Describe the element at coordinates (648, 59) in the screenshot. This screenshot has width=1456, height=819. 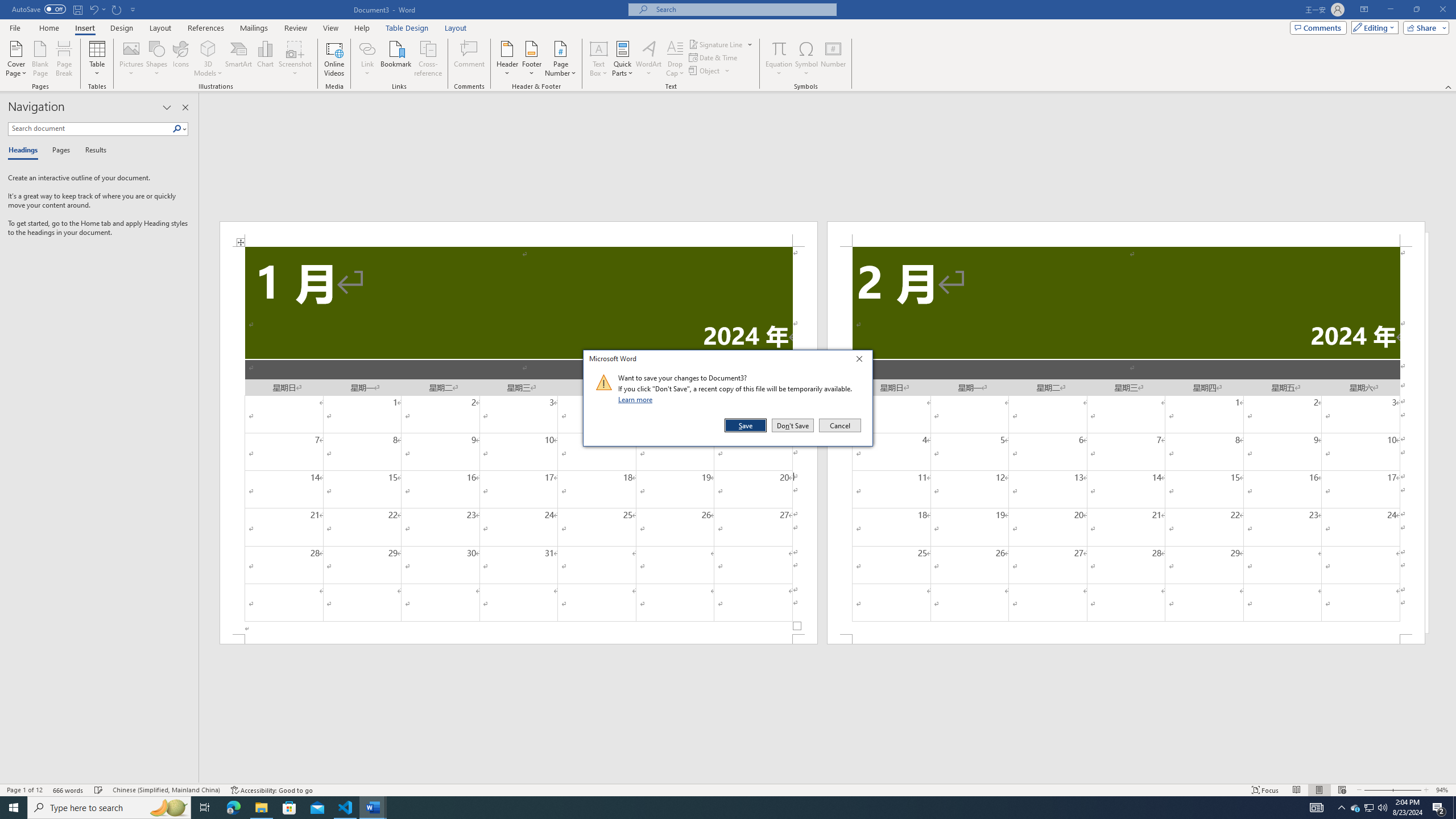
I see `'WordArt'` at that location.